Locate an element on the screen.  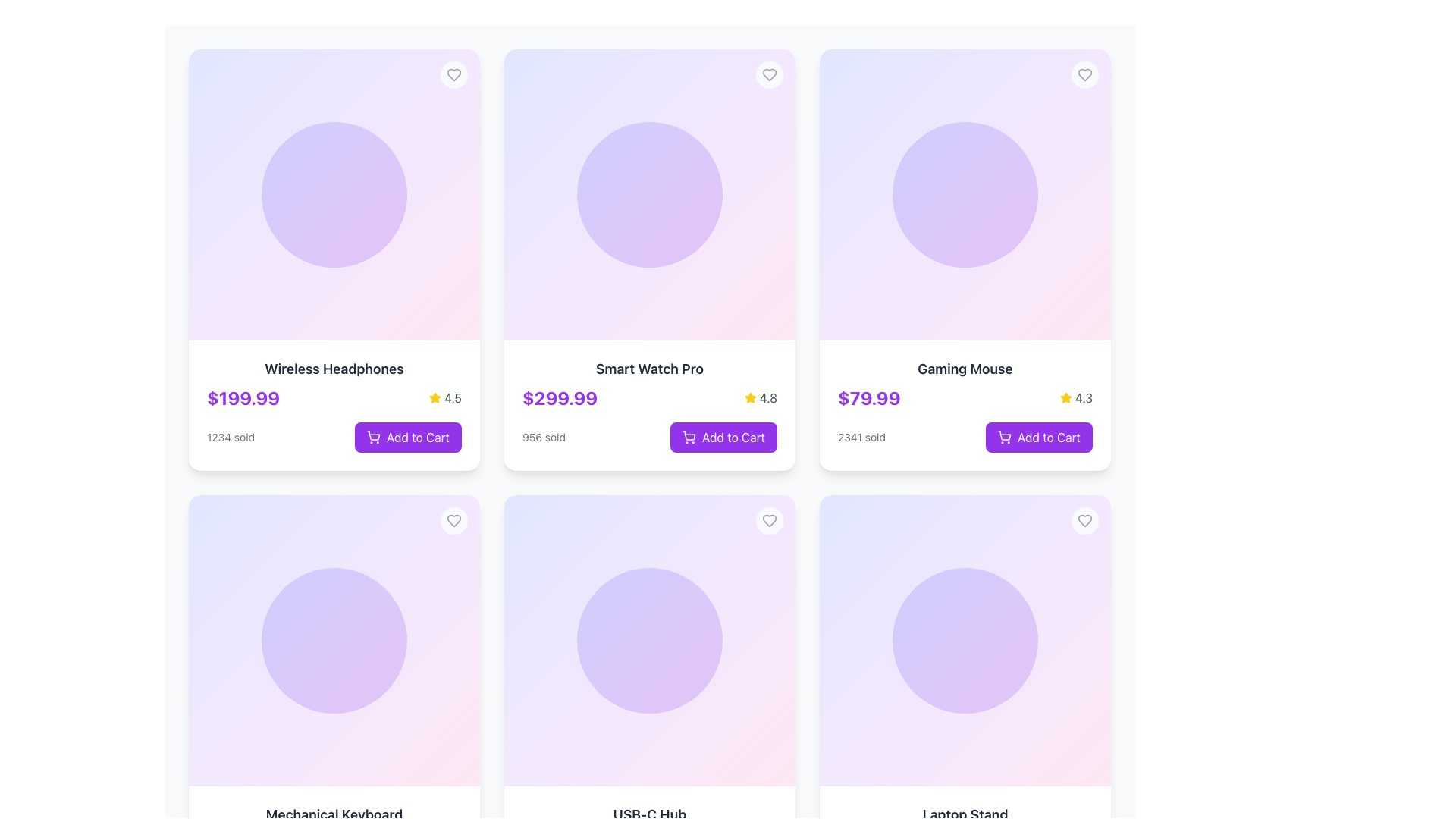
the heart icon in the circular button located at the top-right corner of the 'Smart Watch Pro' product card to mark the item as favorite is located at coordinates (769, 75).